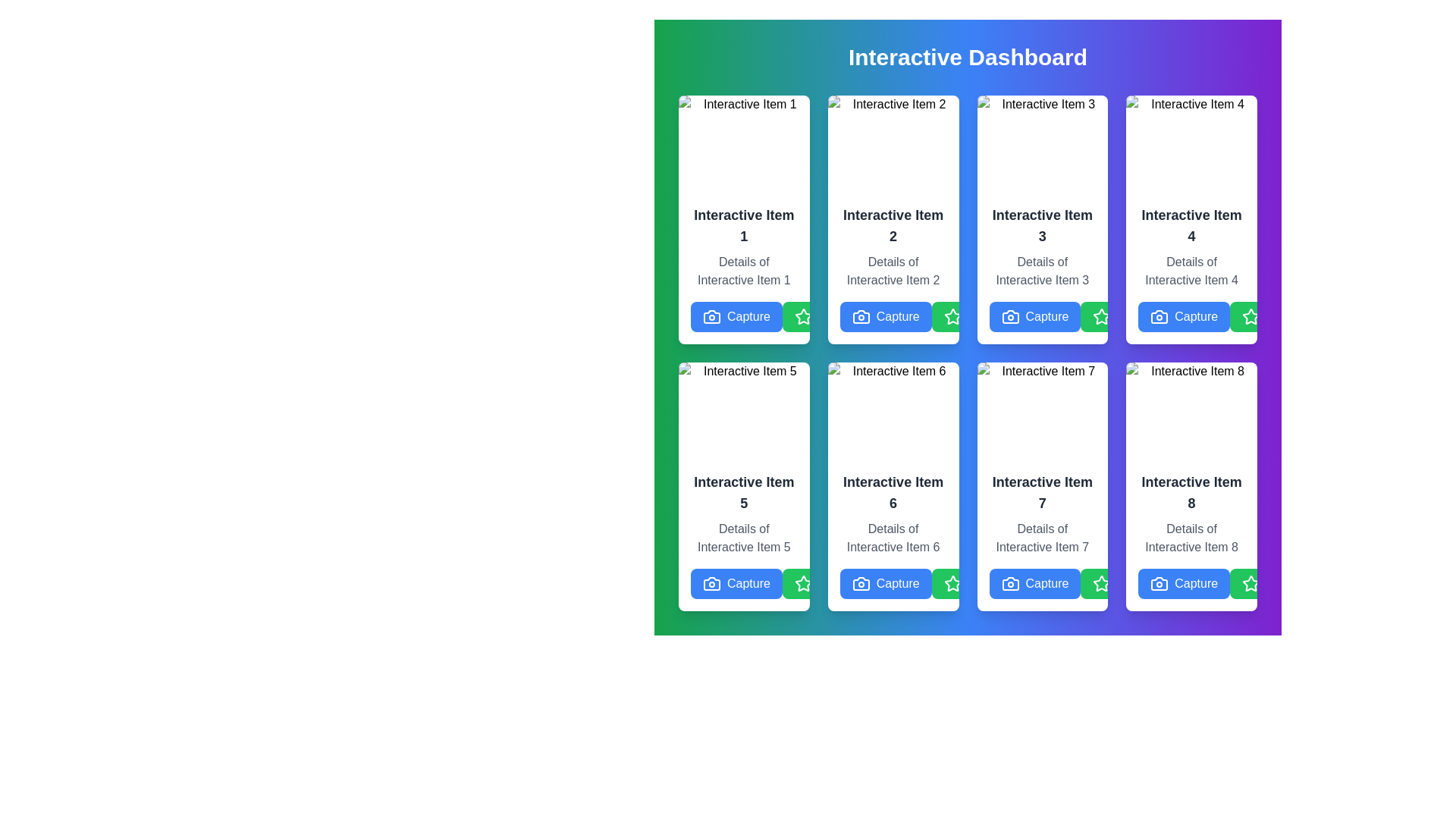 The image size is (1456, 819). What do you see at coordinates (1191, 583) in the screenshot?
I see `the button that initiates a function related to capturing or recording for 'Interactive Item 8'` at bounding box center [1191, 583].